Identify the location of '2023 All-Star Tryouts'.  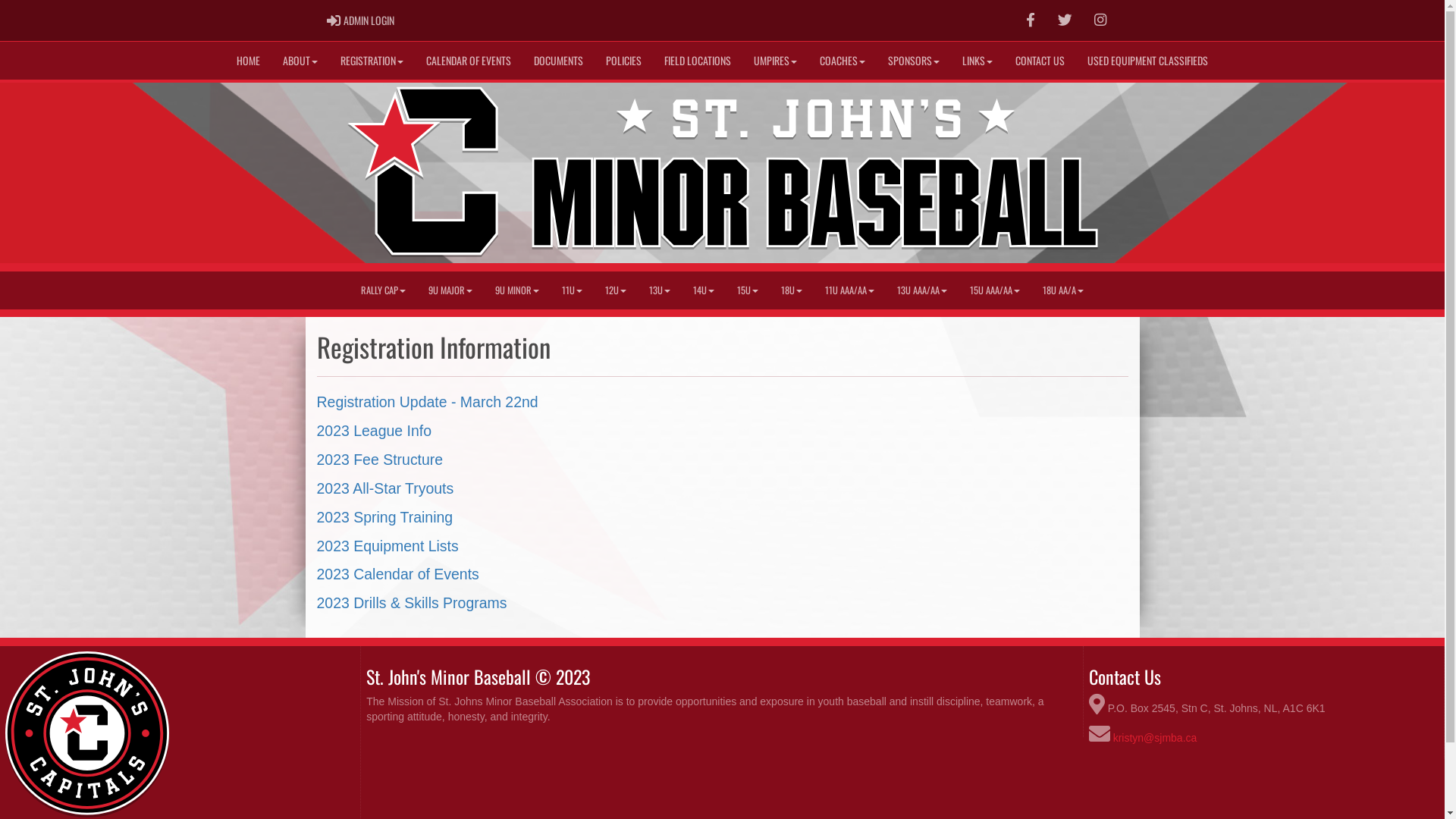
(385, 488).